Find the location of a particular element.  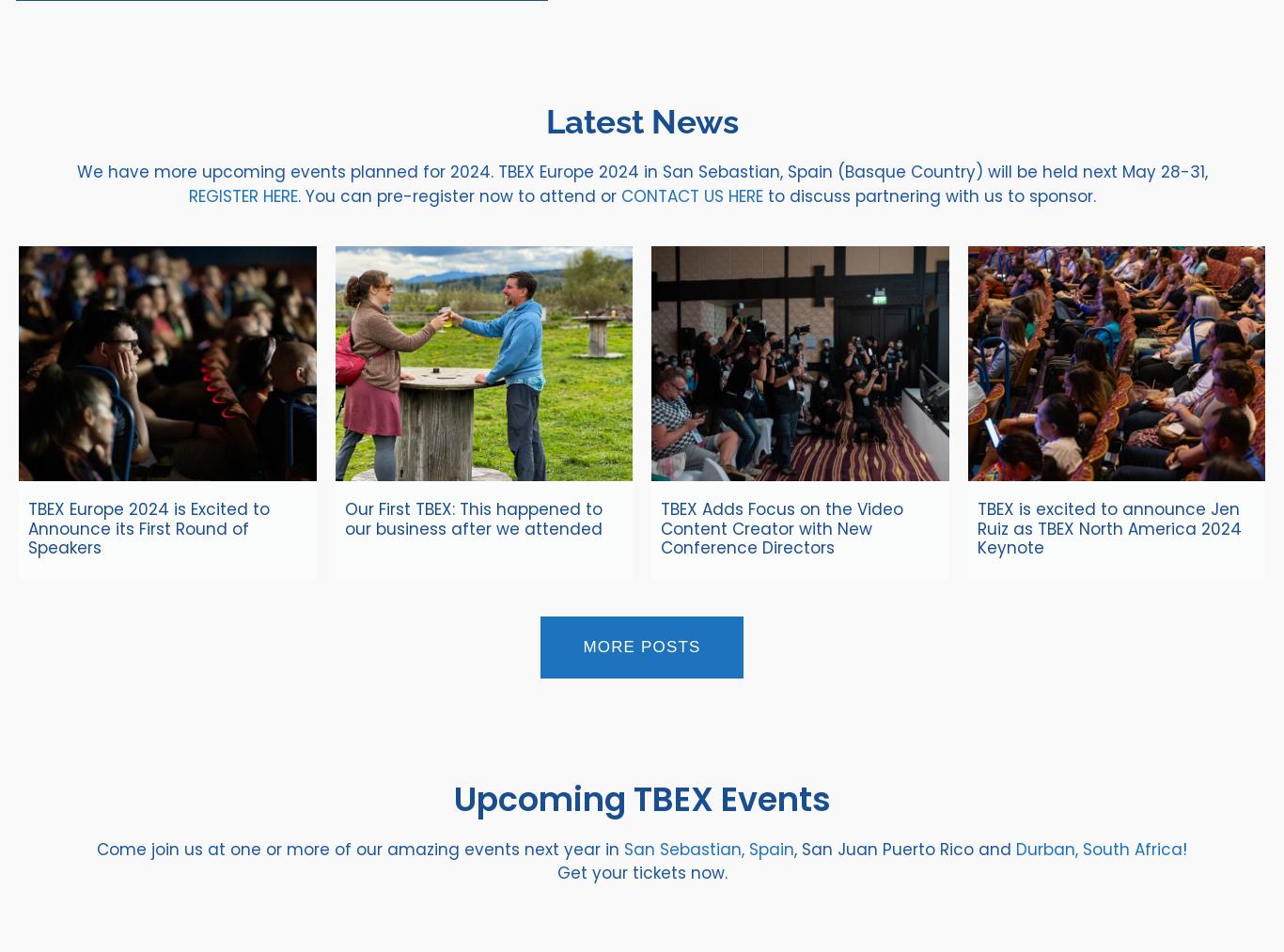

'TBEX Adds Focus on the Video Content Creator with New Conference Directors' is located at coordinates (781, 528).